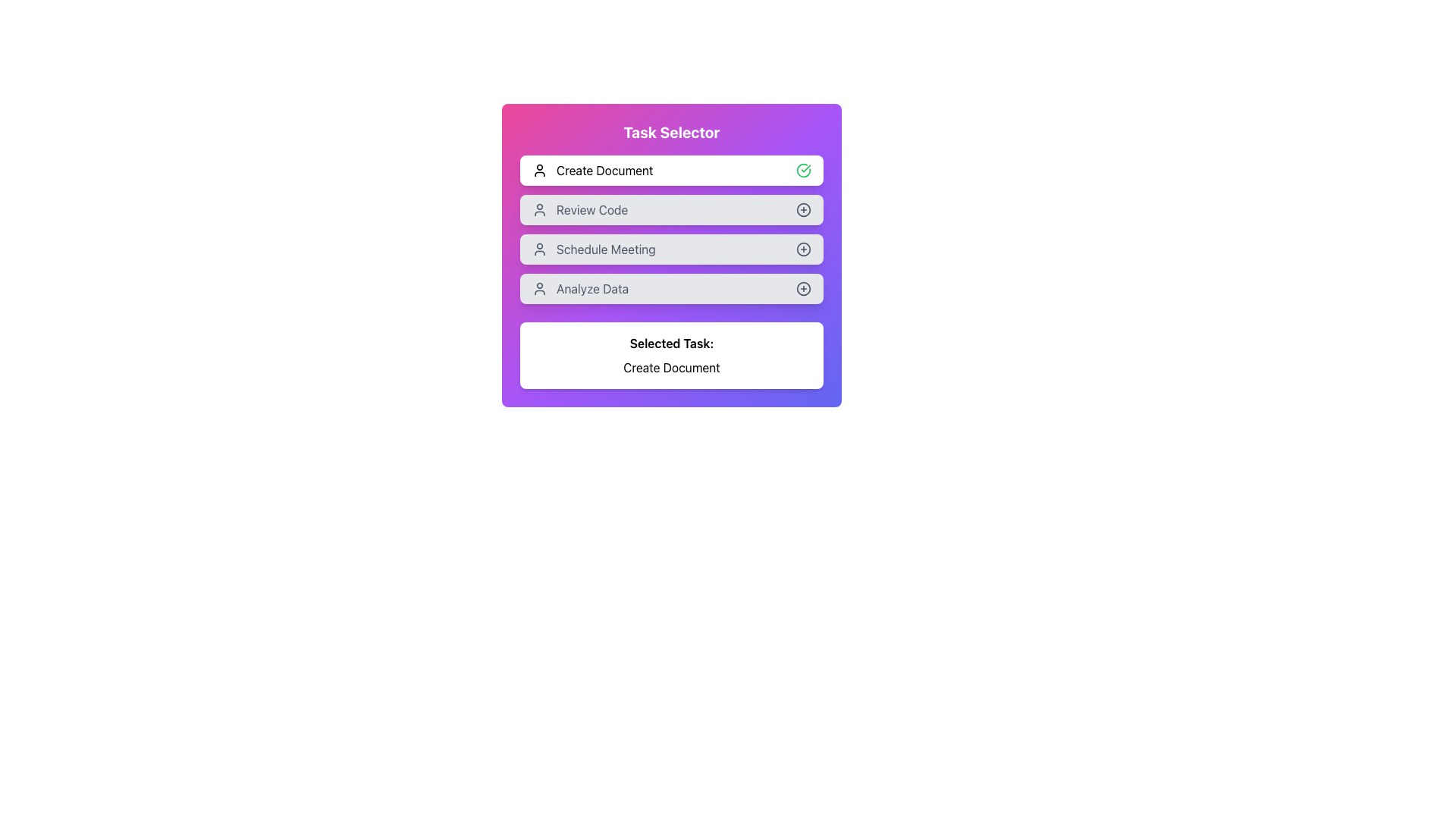  I want to click on the button located at the right end of the 'Analyze Data' option, which serves as an action trigger for adding or selecting the 'Analyze Data' task, so click(803, 289).